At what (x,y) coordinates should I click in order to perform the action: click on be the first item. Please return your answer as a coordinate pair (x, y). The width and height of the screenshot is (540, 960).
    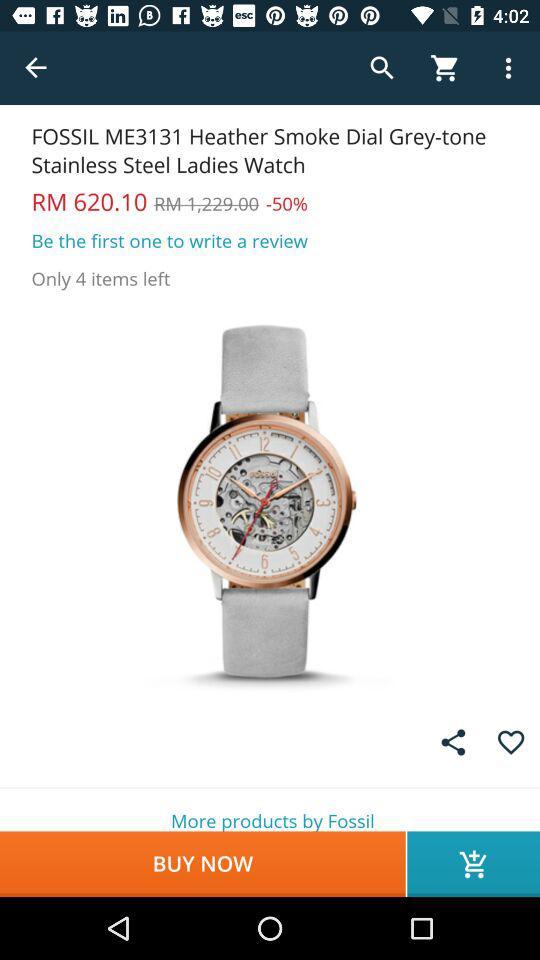
    Looking at the image, I should click on (168, 240).